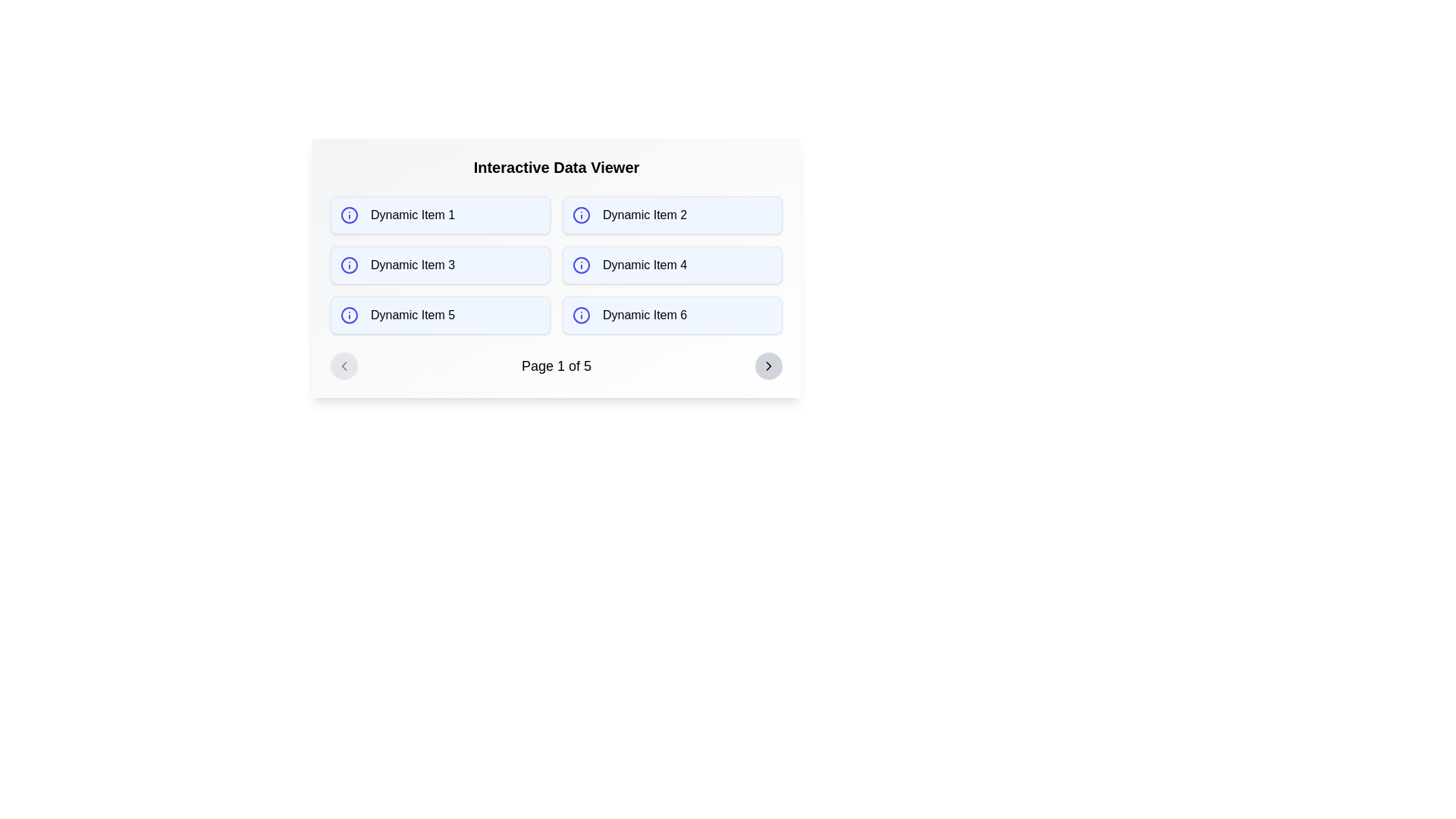  Describe the element at coordinates (581, 215) in the screenshot. I see `the blue circular outline info icon located to the left of the 'Dynamic Item 2' text in the top-right corner of the layout grid` at that location.